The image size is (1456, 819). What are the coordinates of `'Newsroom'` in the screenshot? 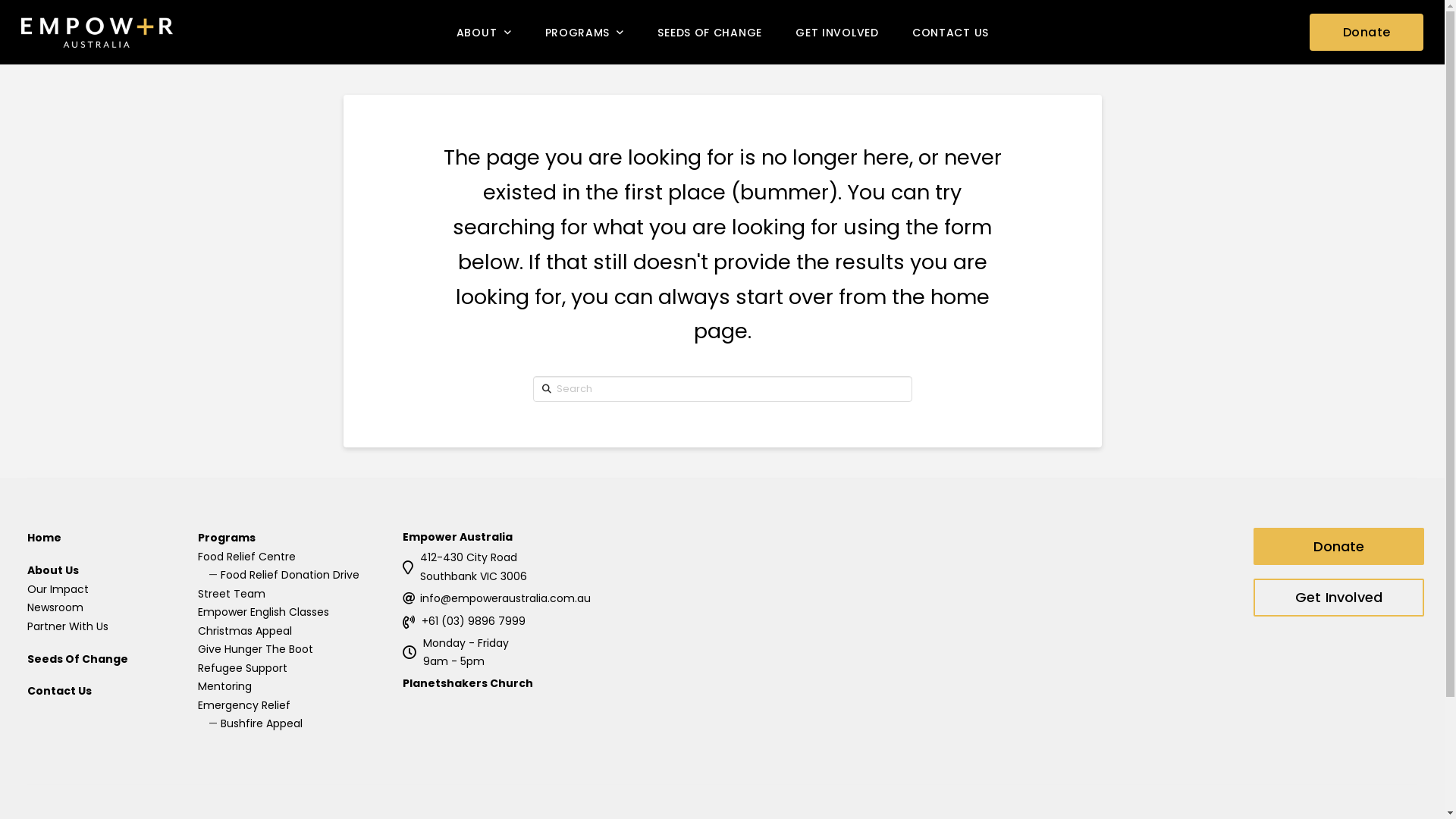 It's located at (55, 607).